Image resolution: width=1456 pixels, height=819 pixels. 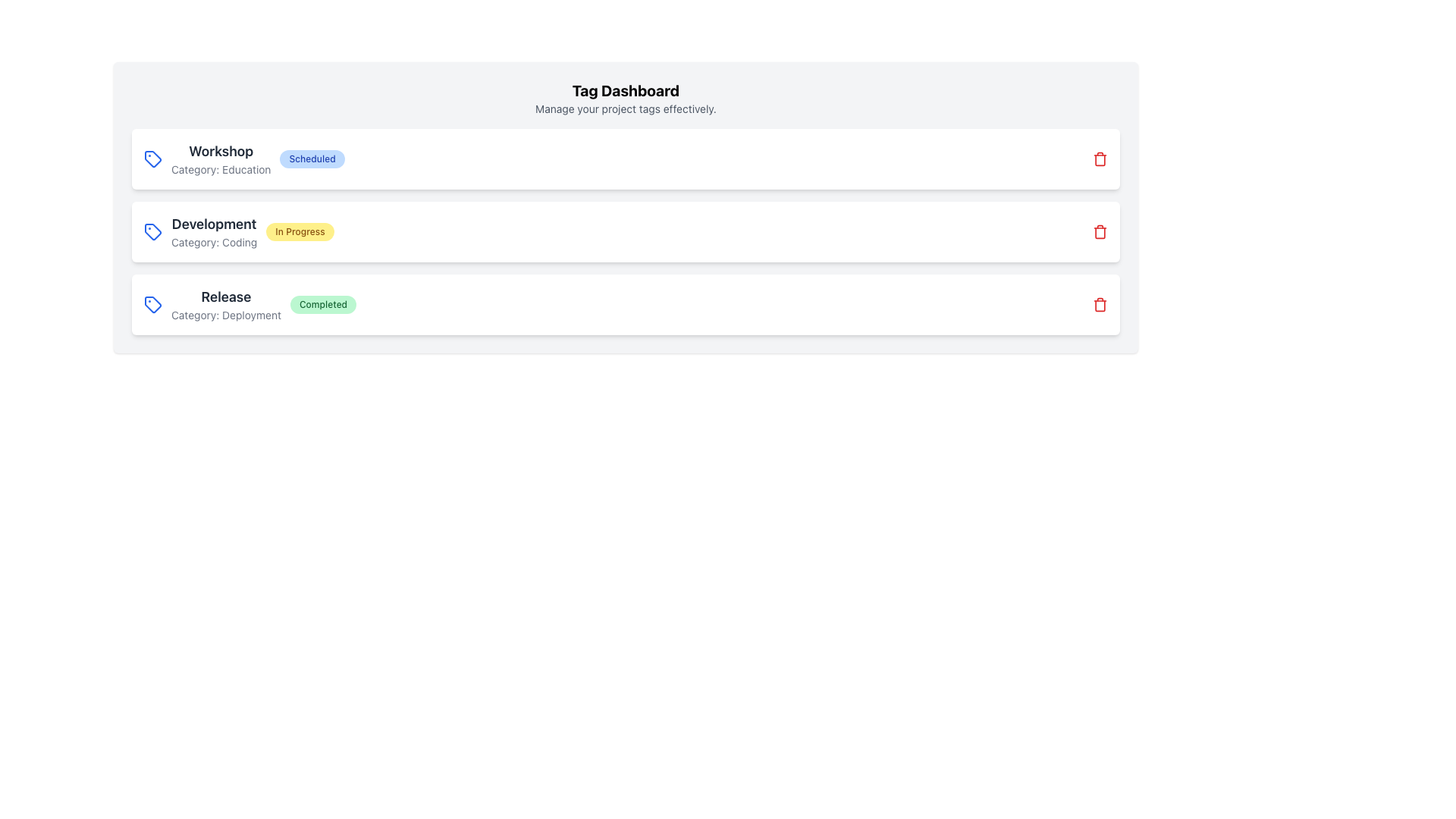 What do you see at coordinates (1100, 158) in the screenshot?
I see `the delete button located at the far right of the 'Workshop' card to initiate a removal action` at bounding box center [1100, 158].